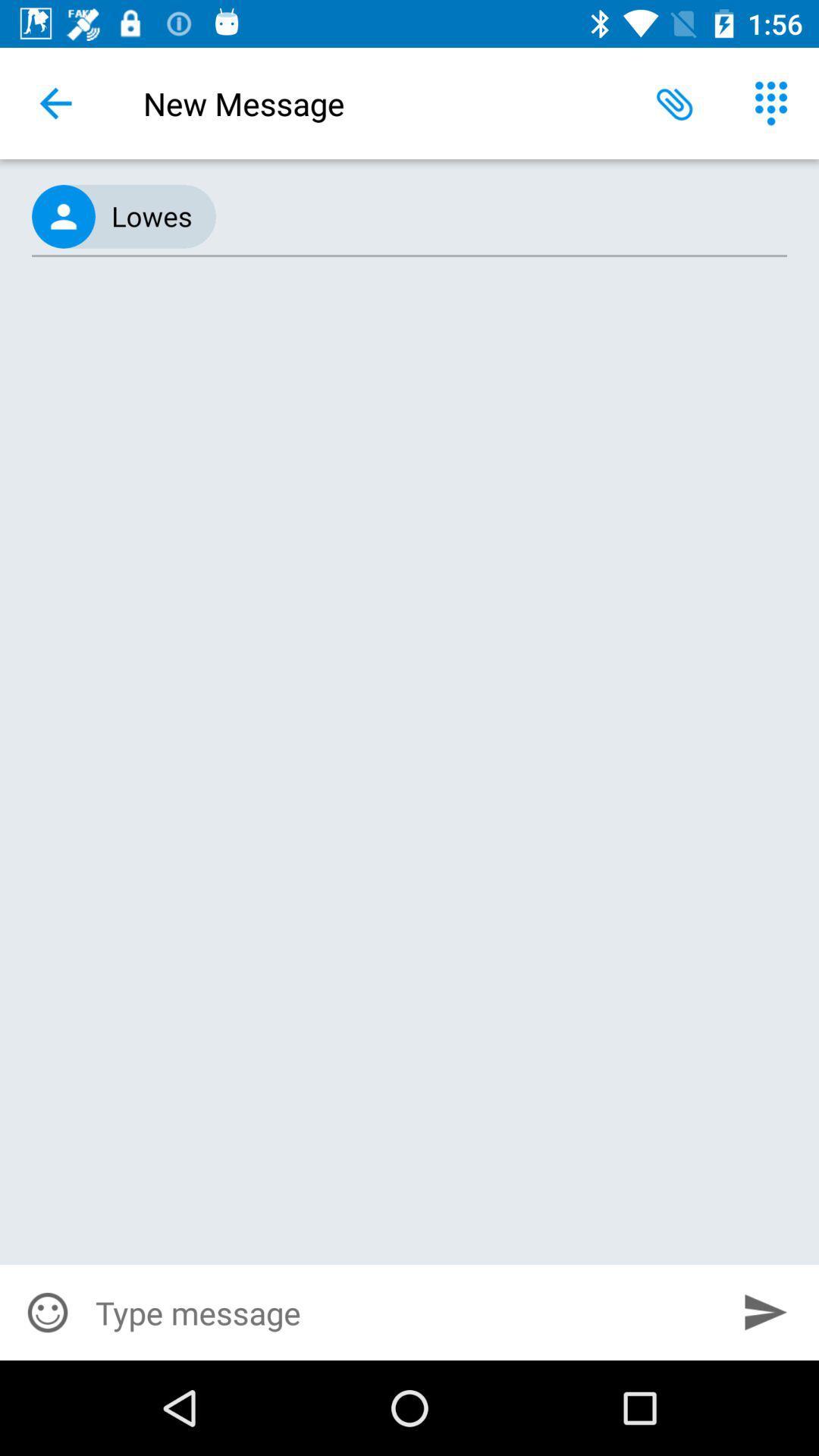  Describe the element at coordinates (771, 102) in the screenshot. I see `the item above (415) 486-8611,  item` at that location.